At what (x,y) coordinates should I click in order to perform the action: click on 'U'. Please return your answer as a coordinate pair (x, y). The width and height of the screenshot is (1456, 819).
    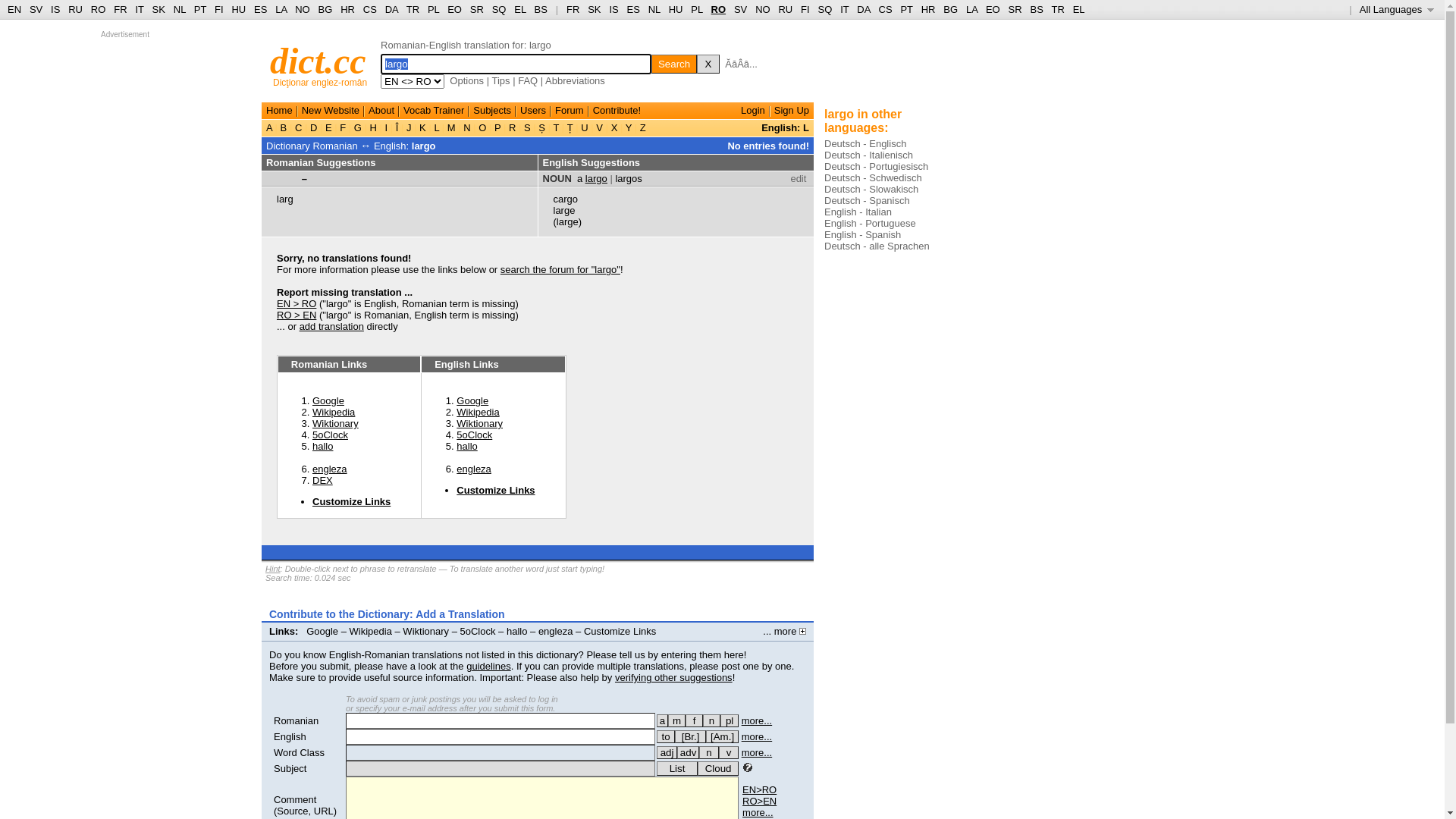
    Looking at the image, I should click on (584, 127).